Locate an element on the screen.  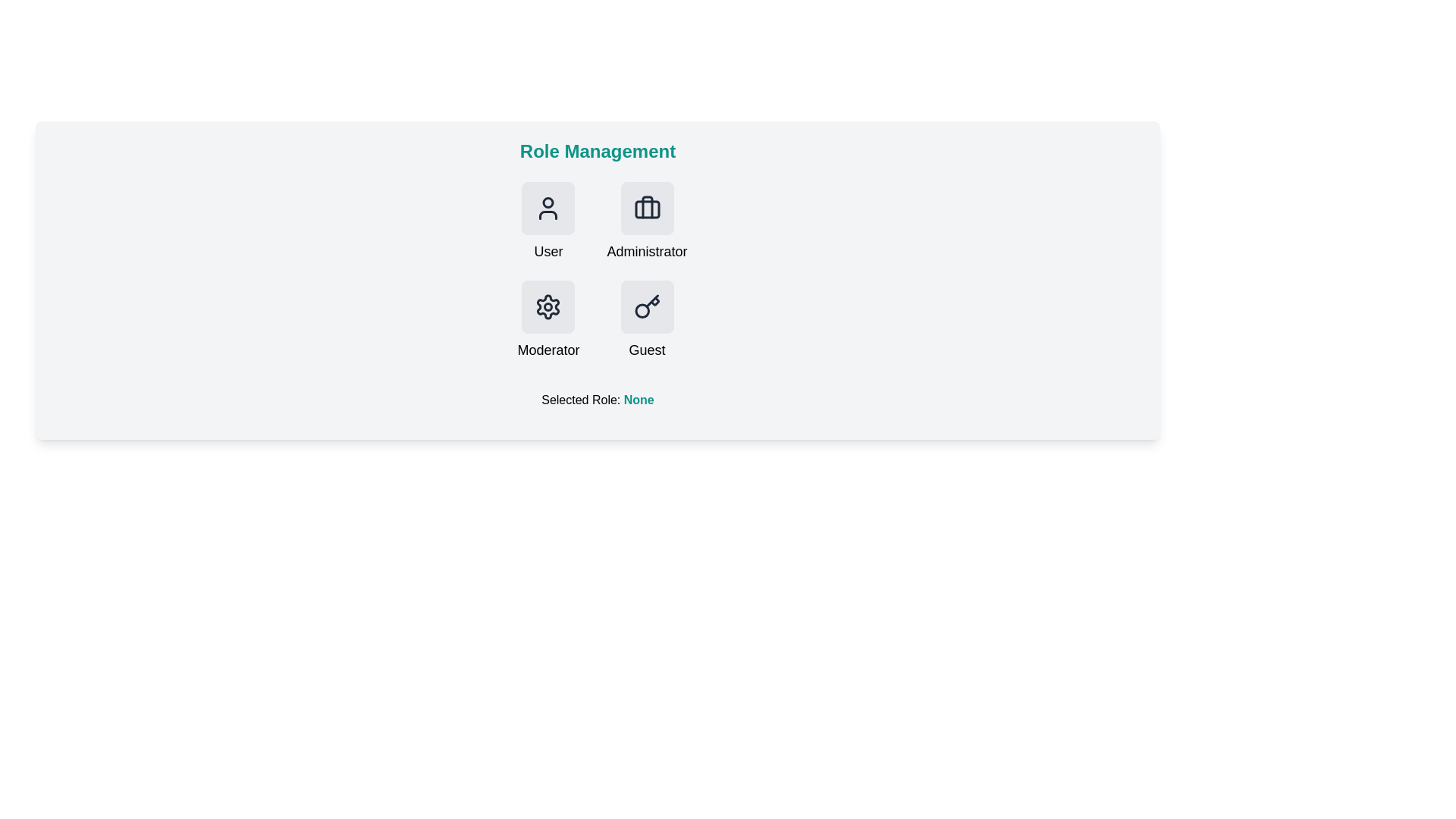
keyboard navigation is located at coordinates (647, 307).